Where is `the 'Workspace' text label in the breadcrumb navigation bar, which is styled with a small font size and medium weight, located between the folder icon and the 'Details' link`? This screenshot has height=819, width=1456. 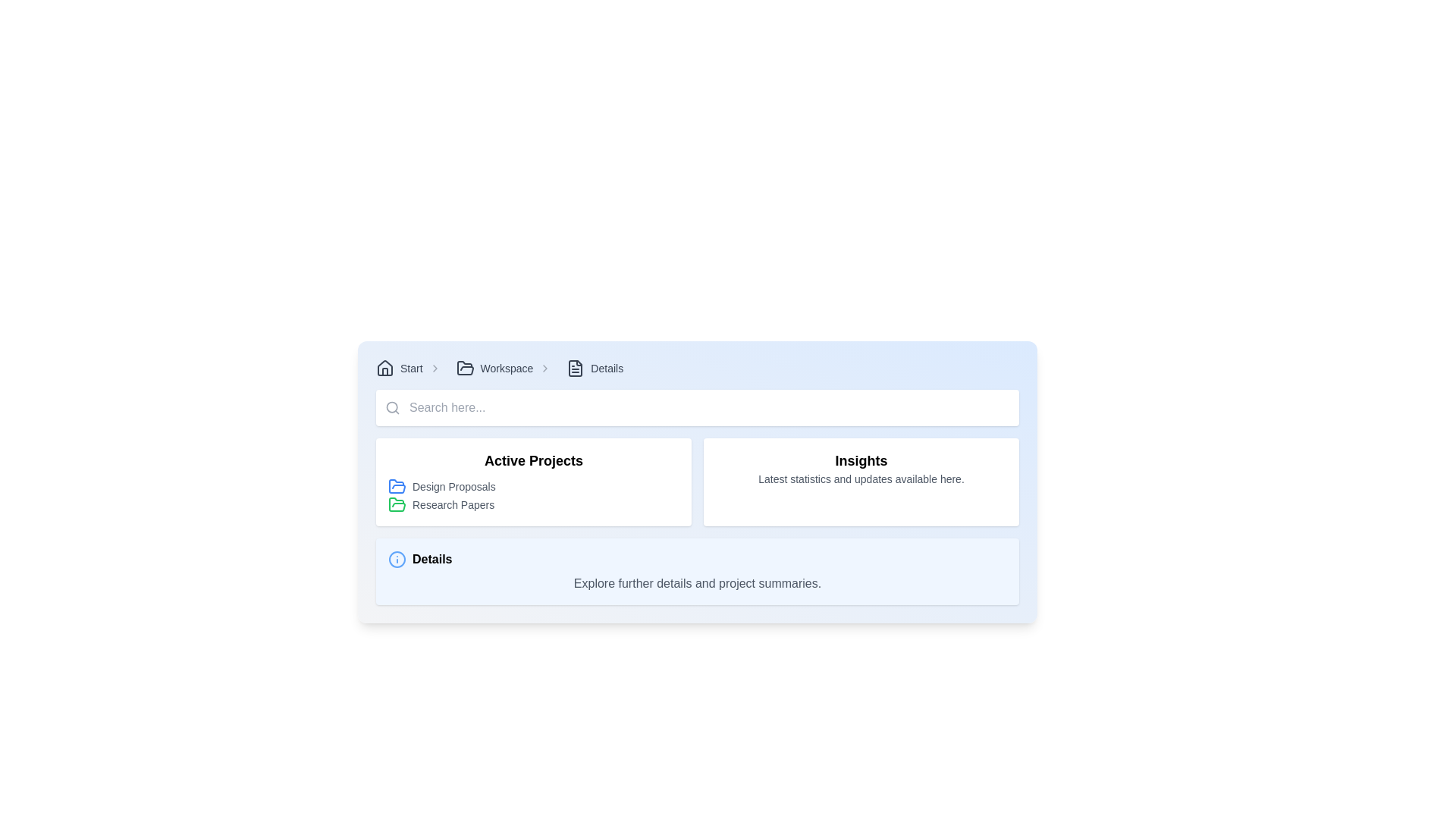
the 'Workspace' text label in the breadcrumb navigation bar, which is styled with a small font size and medium weight, located between the folder icon and the 'Details' link is located at coordinates (507, 369).